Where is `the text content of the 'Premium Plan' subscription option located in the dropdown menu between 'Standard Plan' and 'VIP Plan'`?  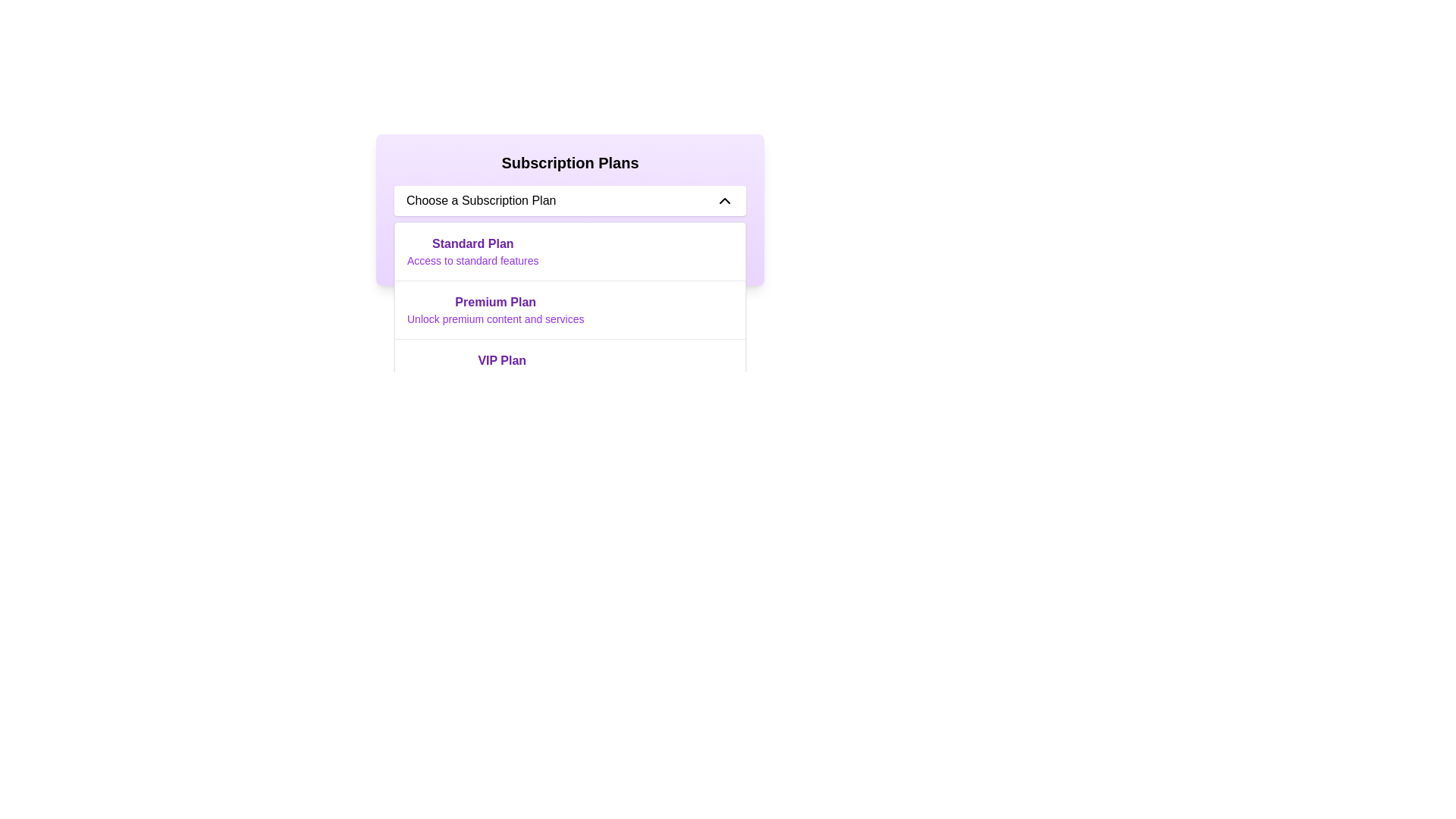 the text content of the 'Premium Plan' subscription option located in the dropdown menu between 'Standard Plan' and 'VIP Plan' is located at coordinates (495, 309).